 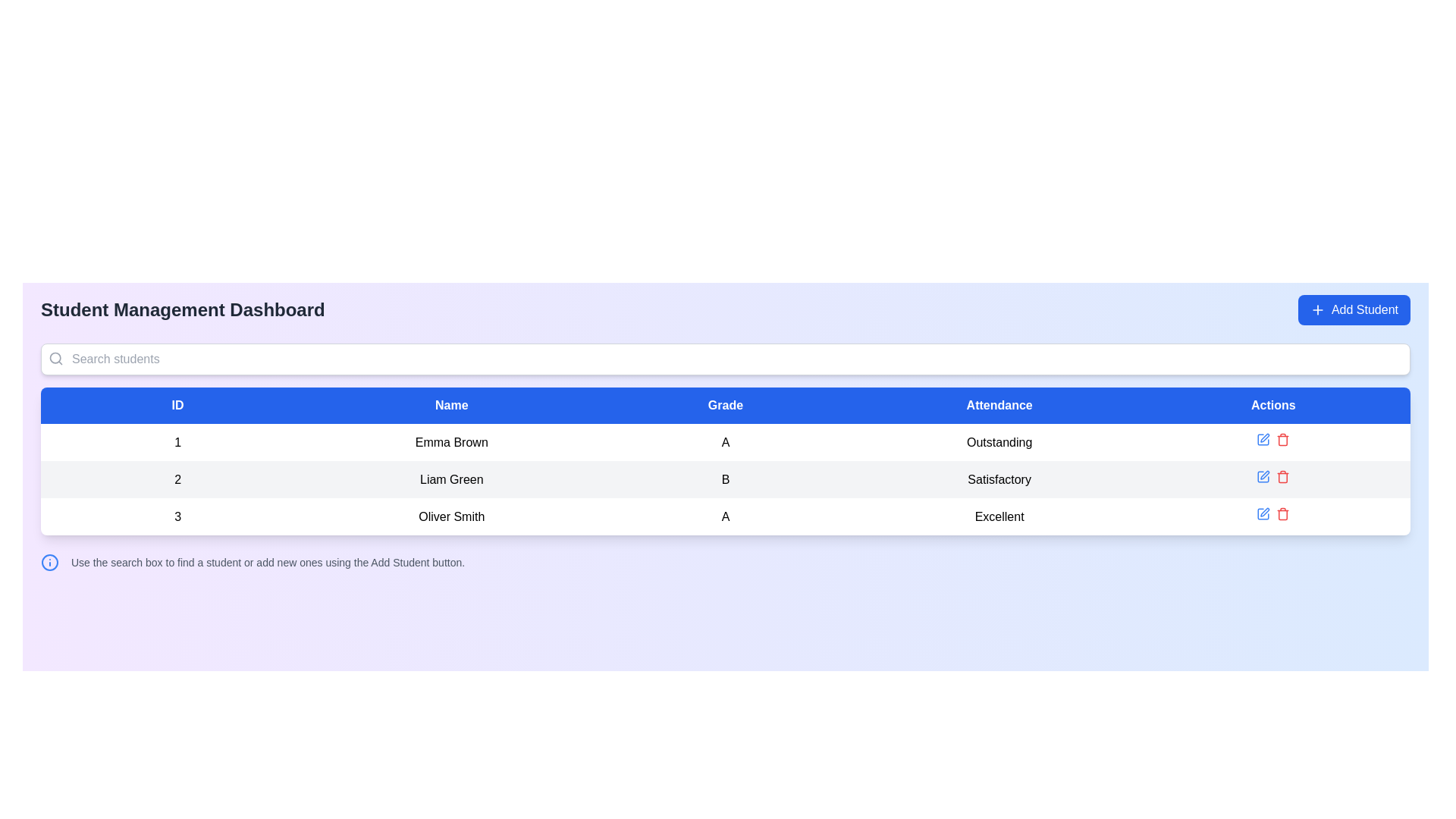 I want to click on the red trash bin icon, so click(x=1282, y=475).